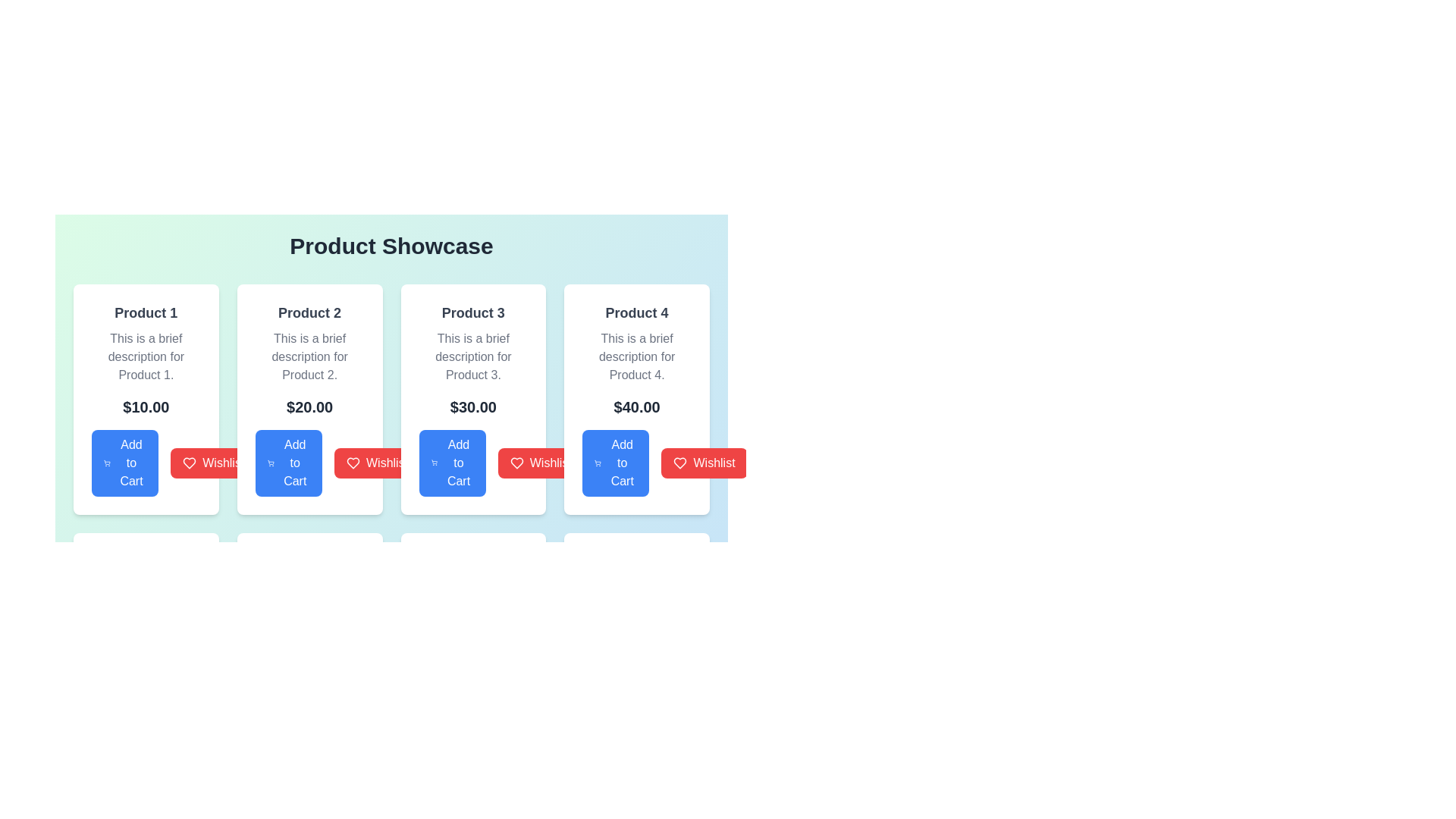  I want to click on the static text label displaying the price of $10.00 for 'Product 1', located in the third row of the product card, positioned below the product description and above the 'Add to Cart' and 'Wishlist' buttons, so click(146, 406).